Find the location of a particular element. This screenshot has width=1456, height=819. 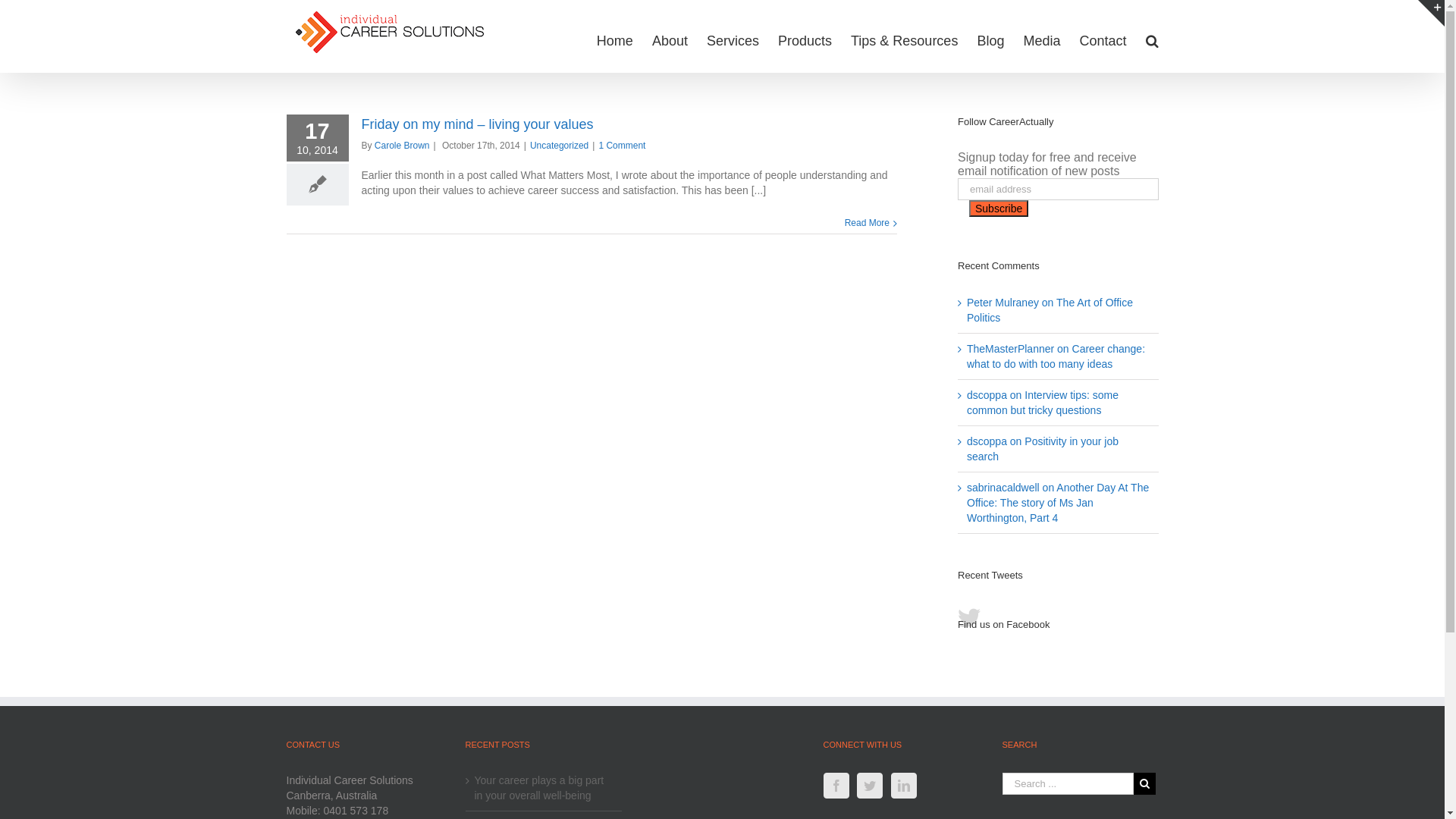

'Peter Mulraney' is located at coordinates (1003, 302).